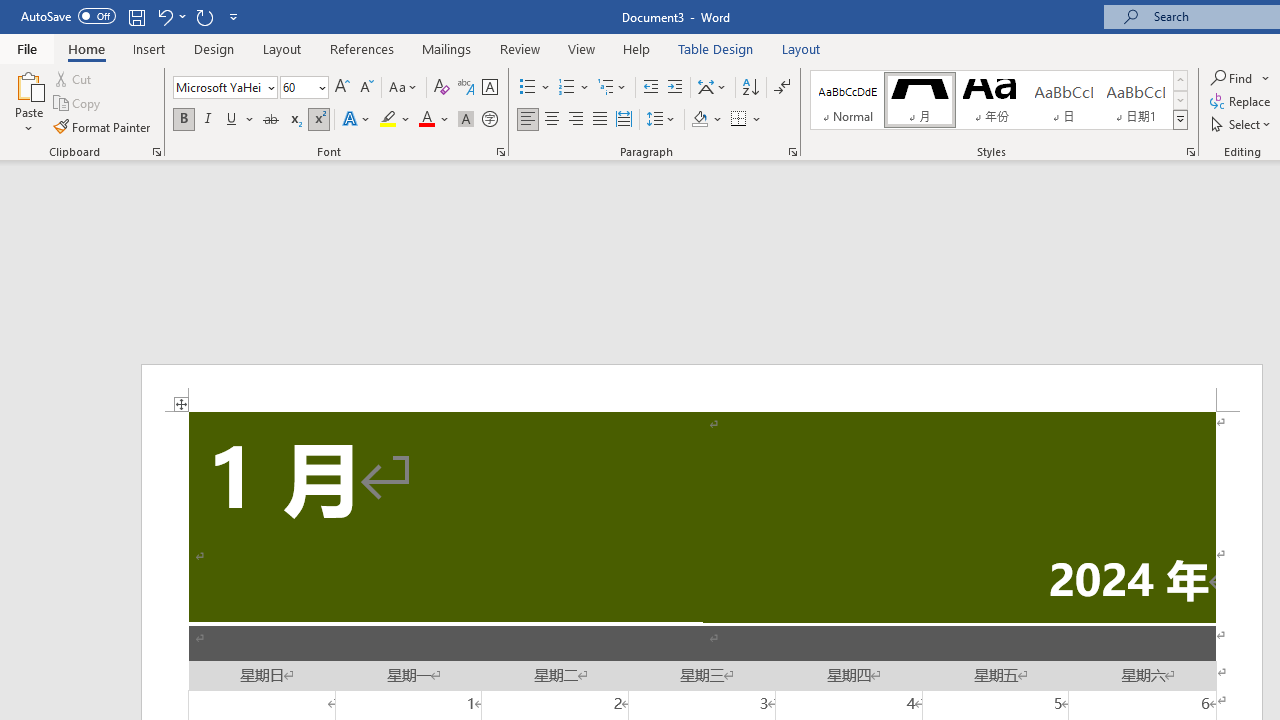 The width and height of the screenshot is (1280, 720). What do you see at coordinates (135, 16) in the screenshot?
I see `'Save'` at bounding box center [135, 16].